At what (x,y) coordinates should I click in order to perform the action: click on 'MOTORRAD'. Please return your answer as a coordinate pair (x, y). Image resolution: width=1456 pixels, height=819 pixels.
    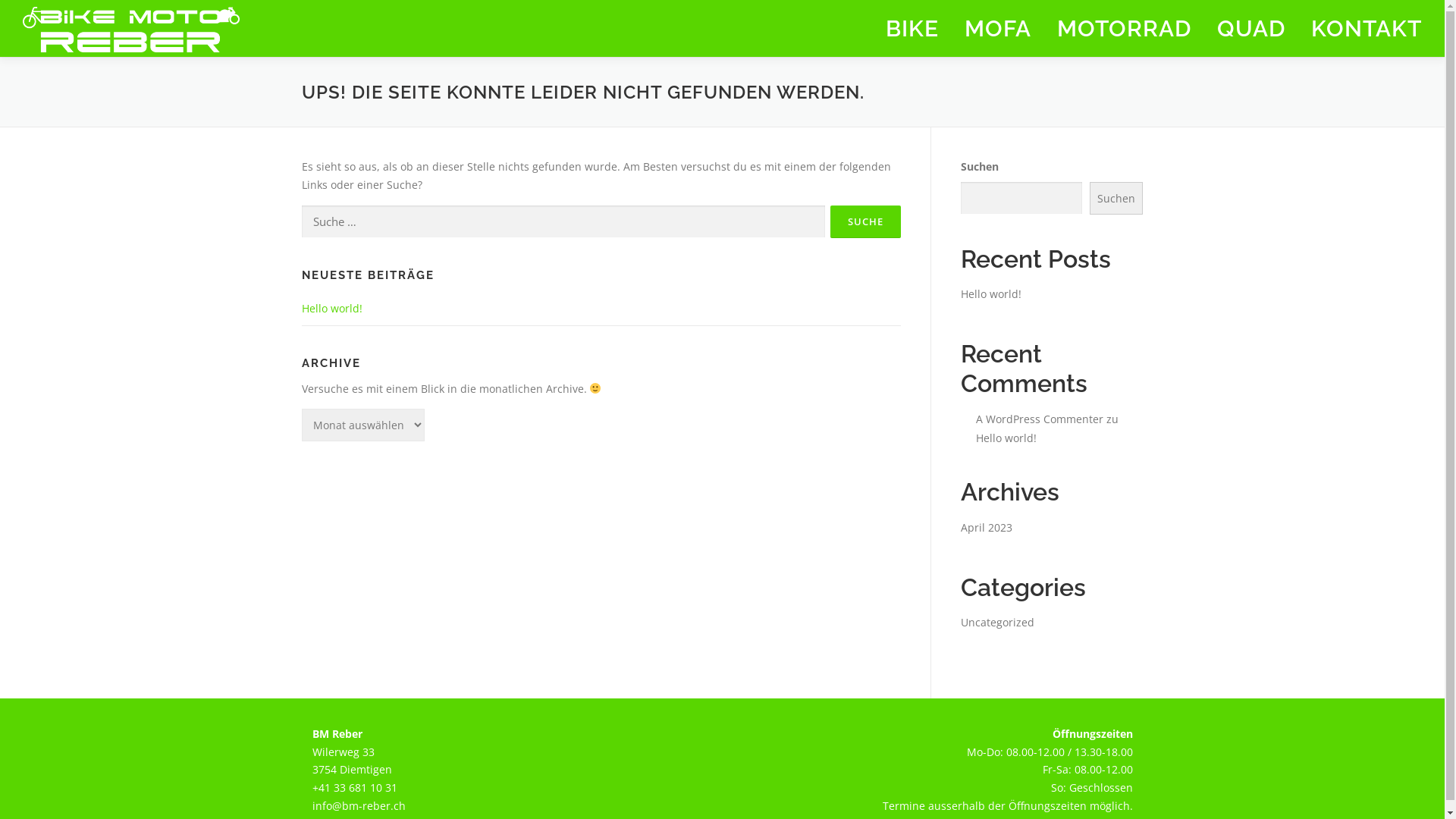
    Looking at the image, I should click on (1124, 28).